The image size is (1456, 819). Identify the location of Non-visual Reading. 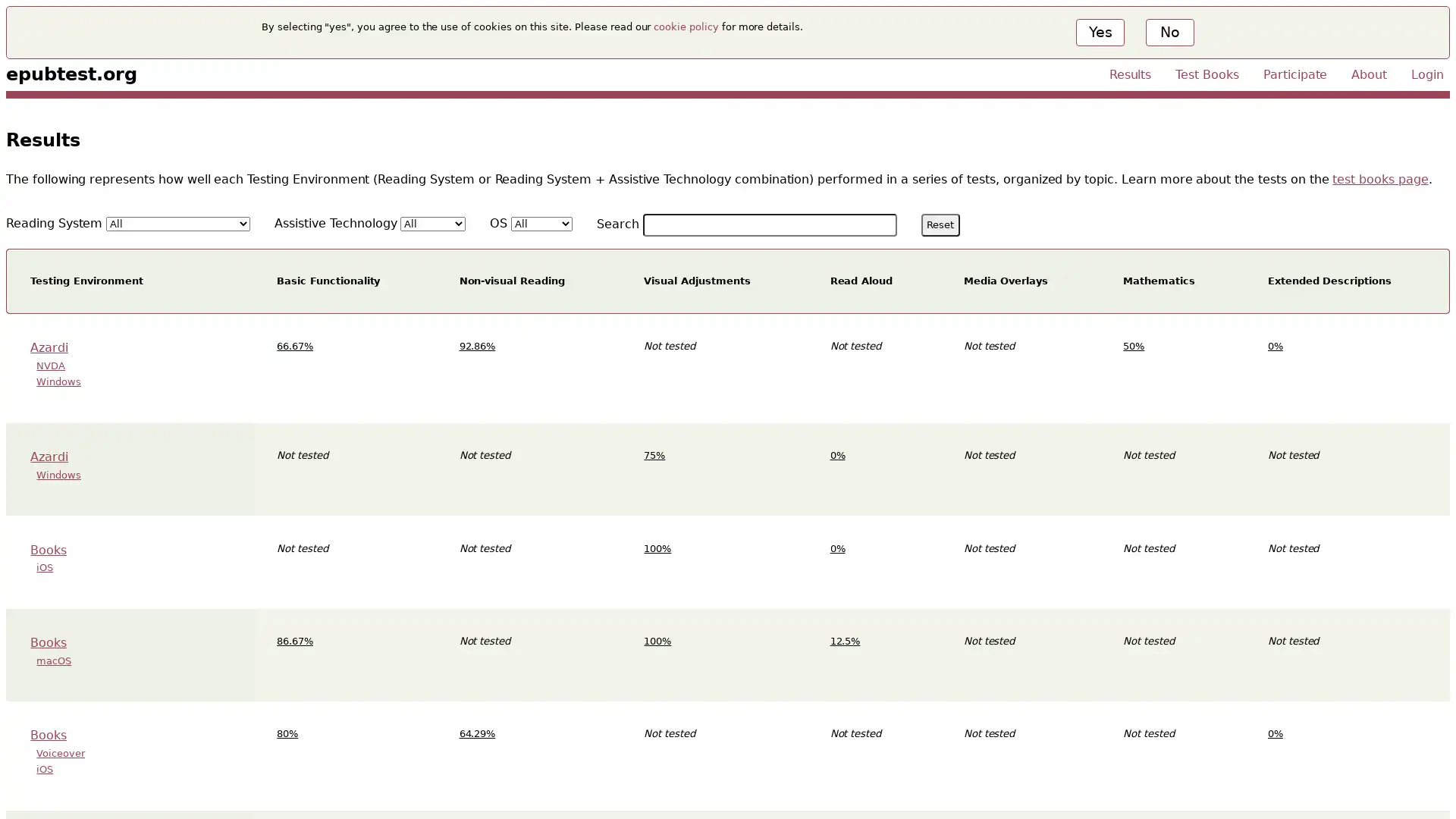
(511, 281).